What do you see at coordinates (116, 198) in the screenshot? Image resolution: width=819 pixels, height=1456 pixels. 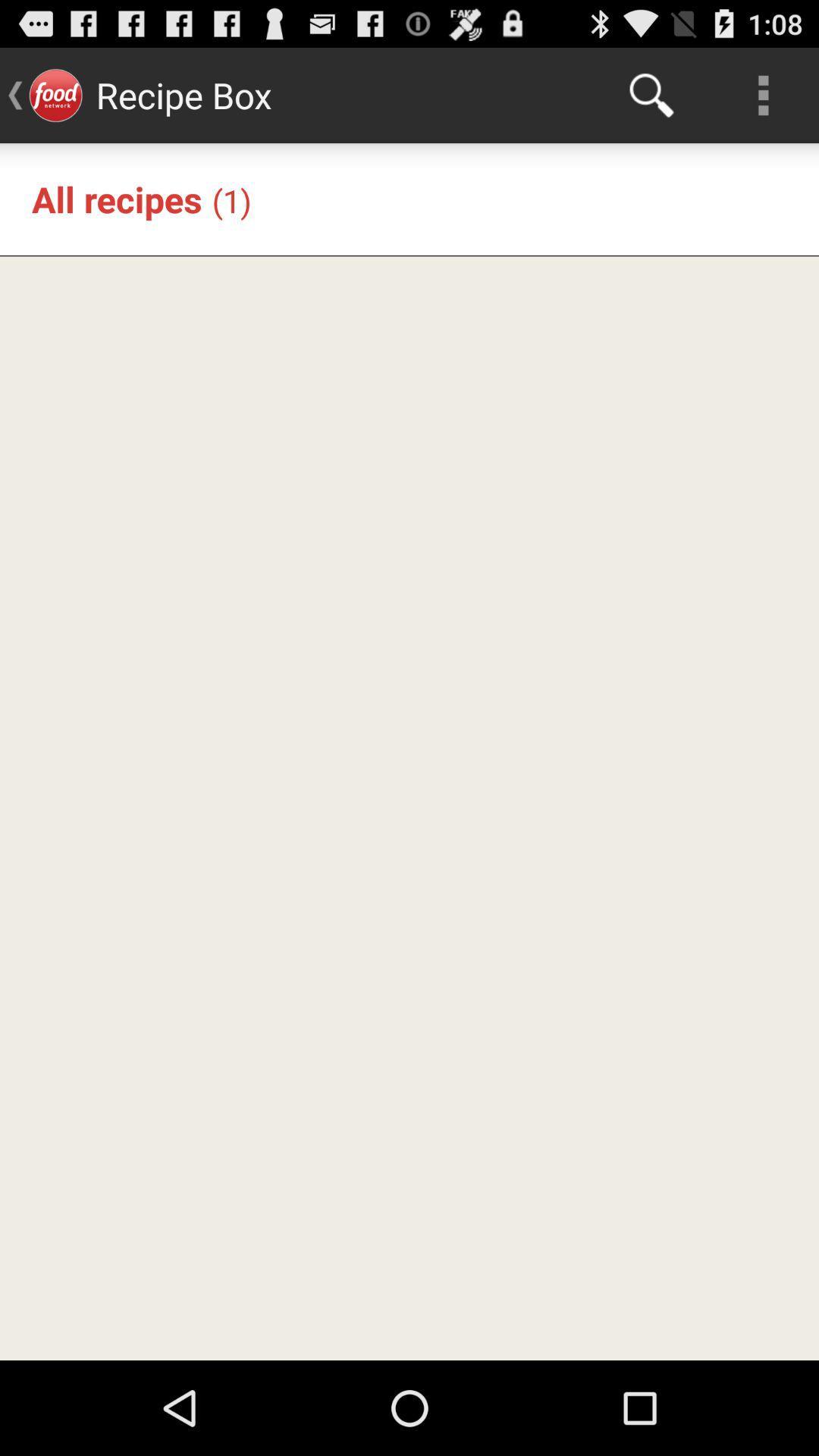 I see `item to the left of the (1) app` at bounding box center [116, 198].